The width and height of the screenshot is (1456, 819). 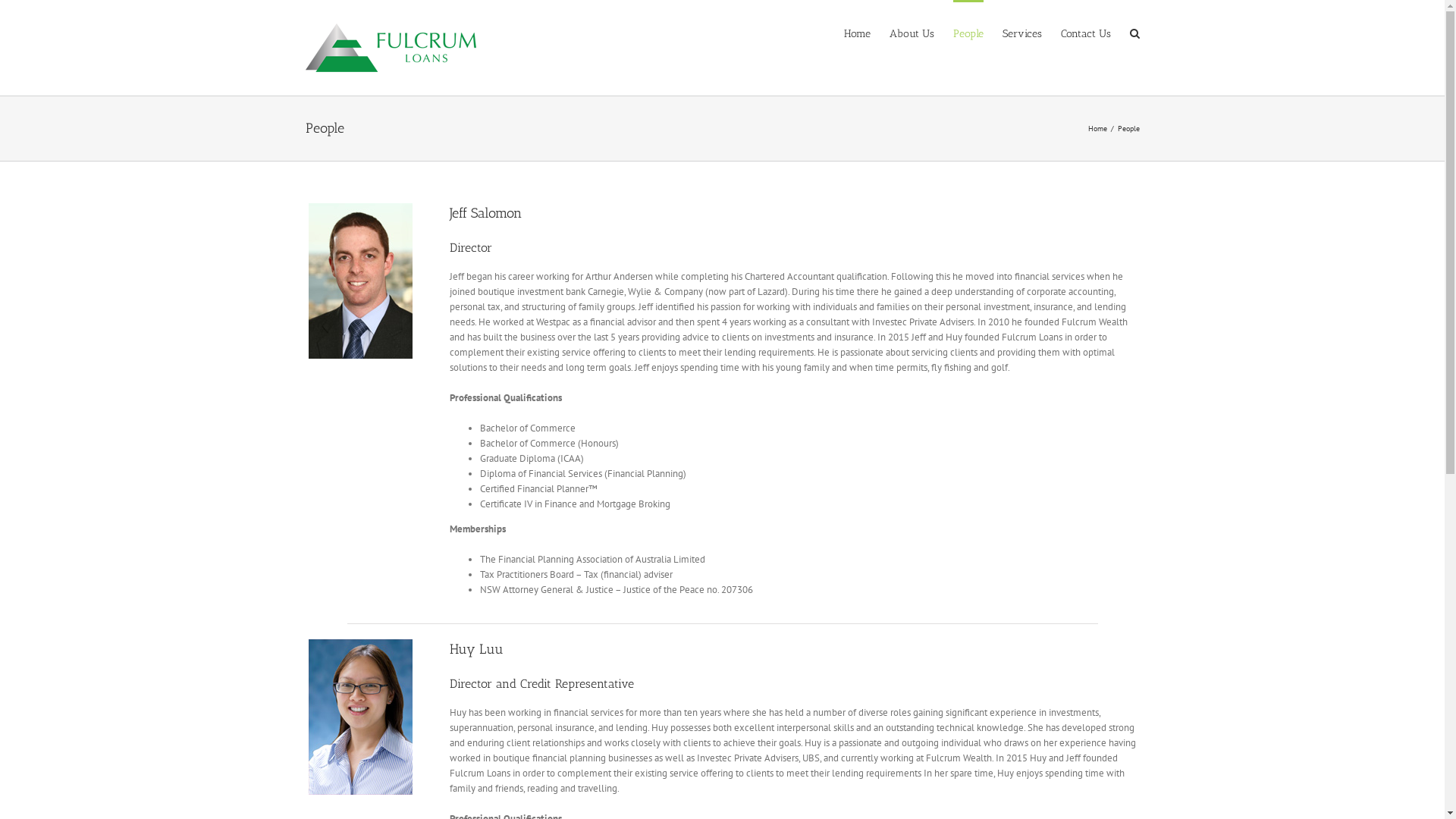 I want to click on 'Services', so click(x=1022, y=32).